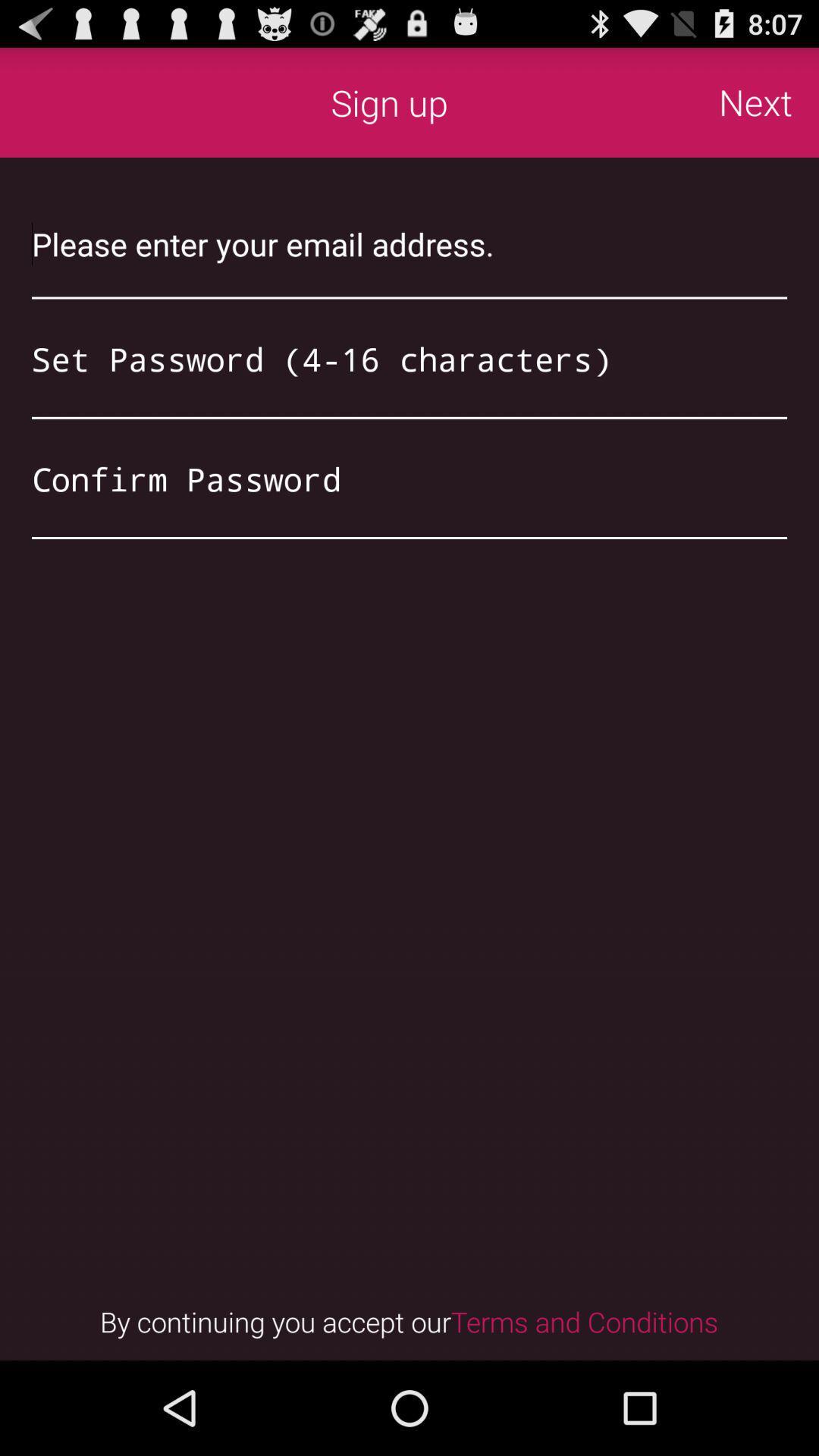 The height and width of the screenshot is (1456, 819). Describe the element at coordinates (409, 243) in the screenshot. I see `email` at that location.